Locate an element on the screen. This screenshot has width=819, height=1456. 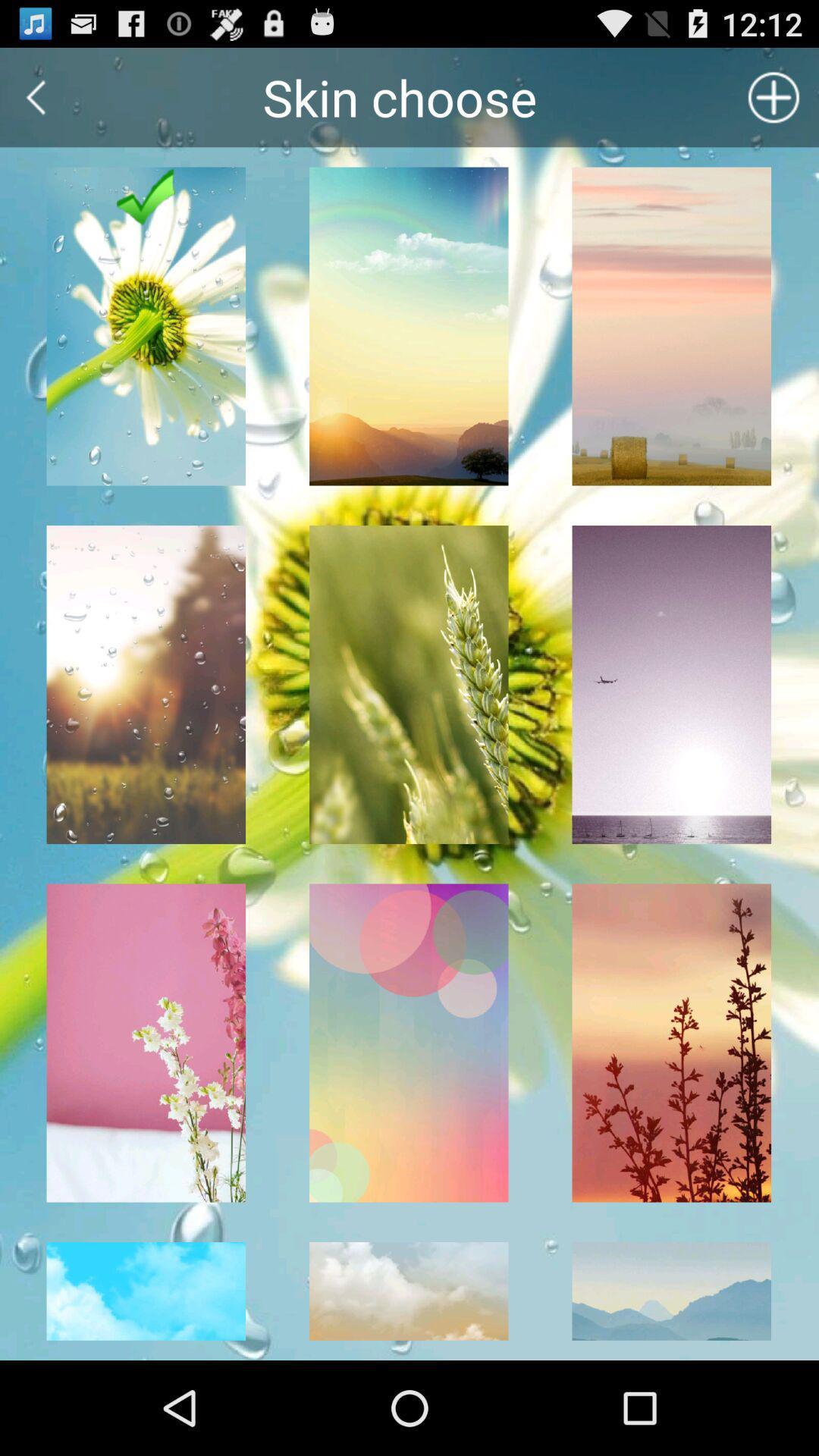
the third row first image is located at coordinates (146, 1043).